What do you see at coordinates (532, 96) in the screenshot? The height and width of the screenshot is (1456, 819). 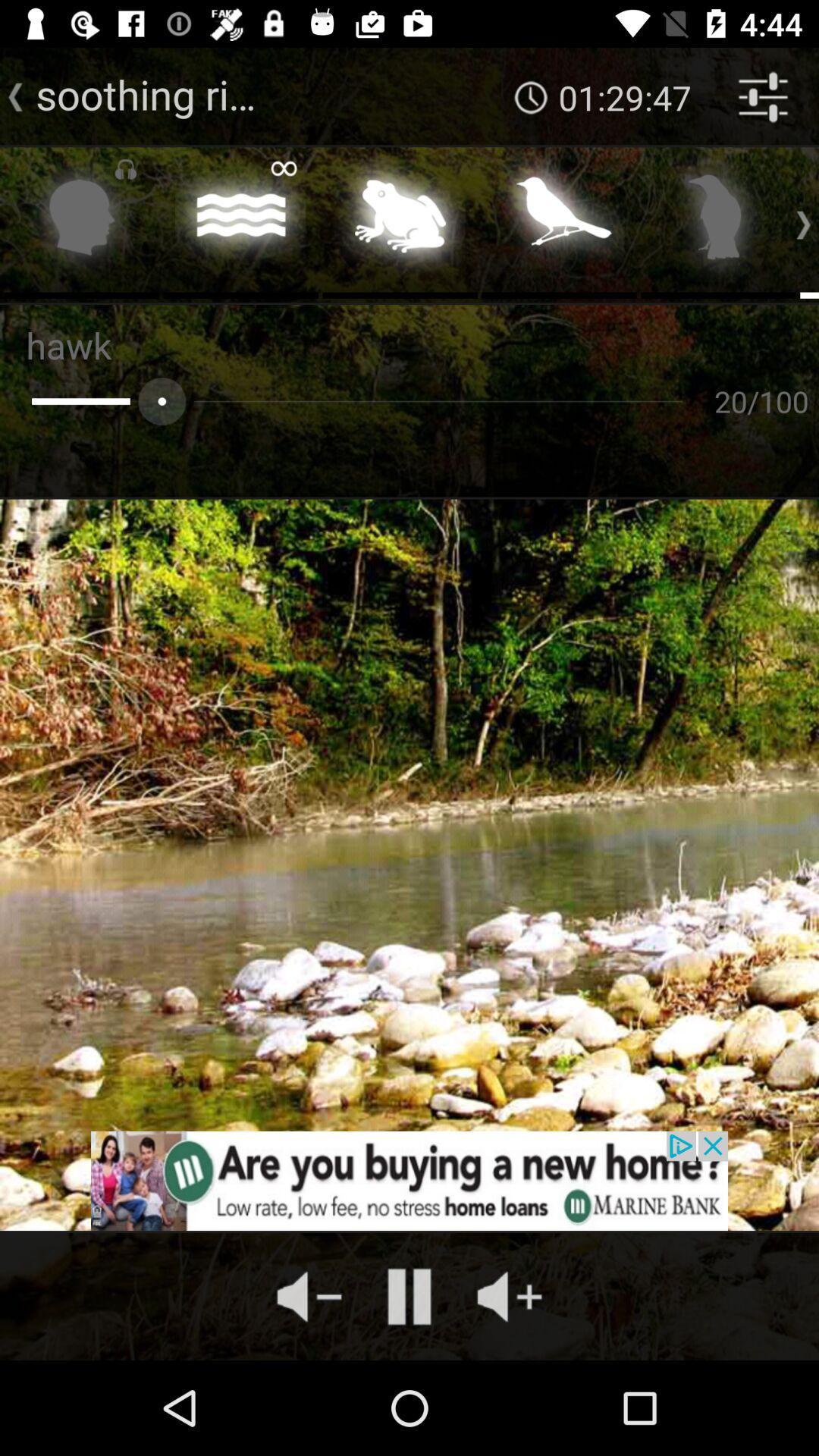 I see `the time icon` at bounding box center [532, 96].